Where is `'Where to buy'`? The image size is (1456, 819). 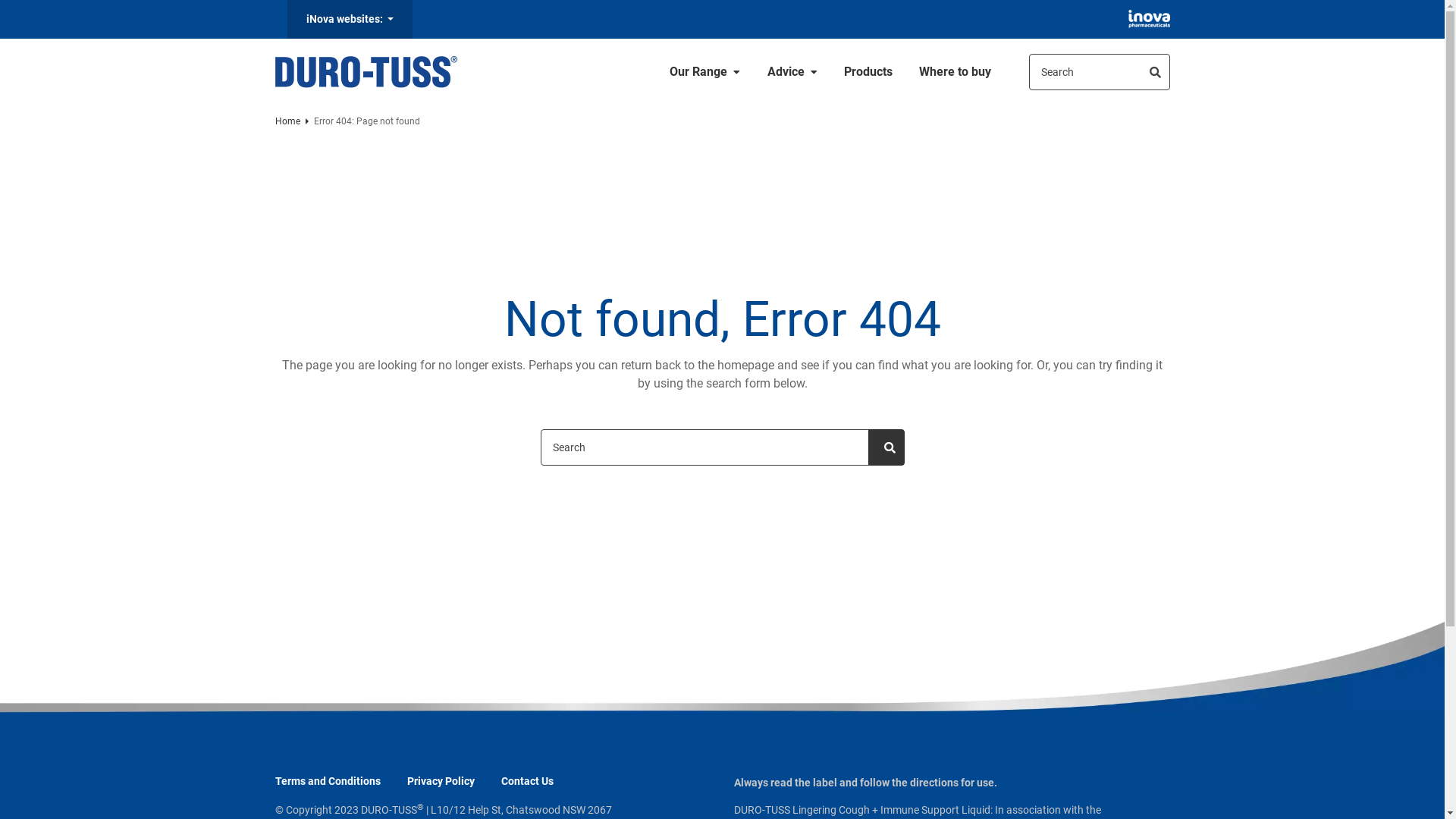
'Where to buy' is located at coordinates (954, 72).